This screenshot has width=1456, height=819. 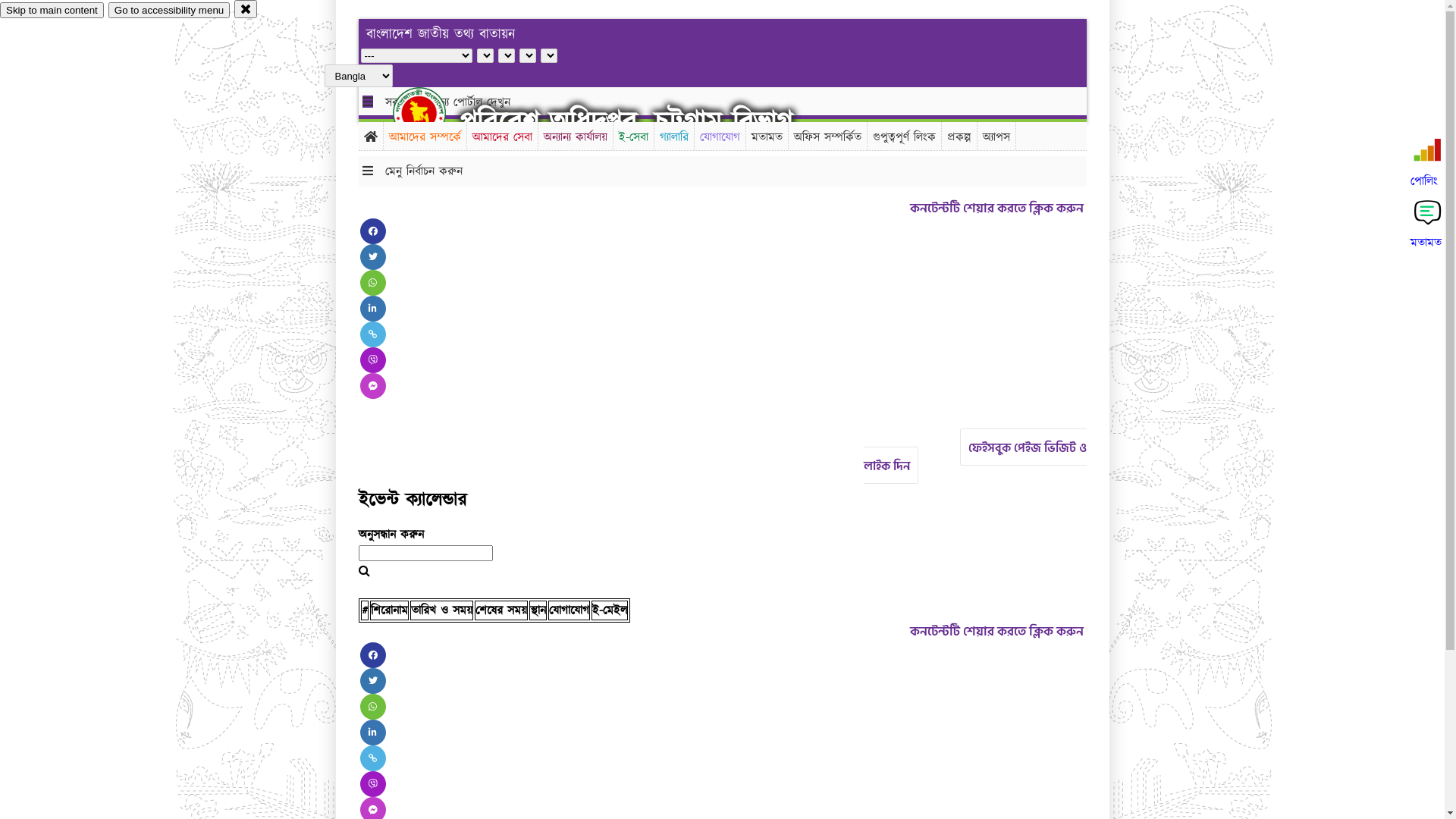 I want to click on 'Go to accessibility menu', so click(x=168, y=10).